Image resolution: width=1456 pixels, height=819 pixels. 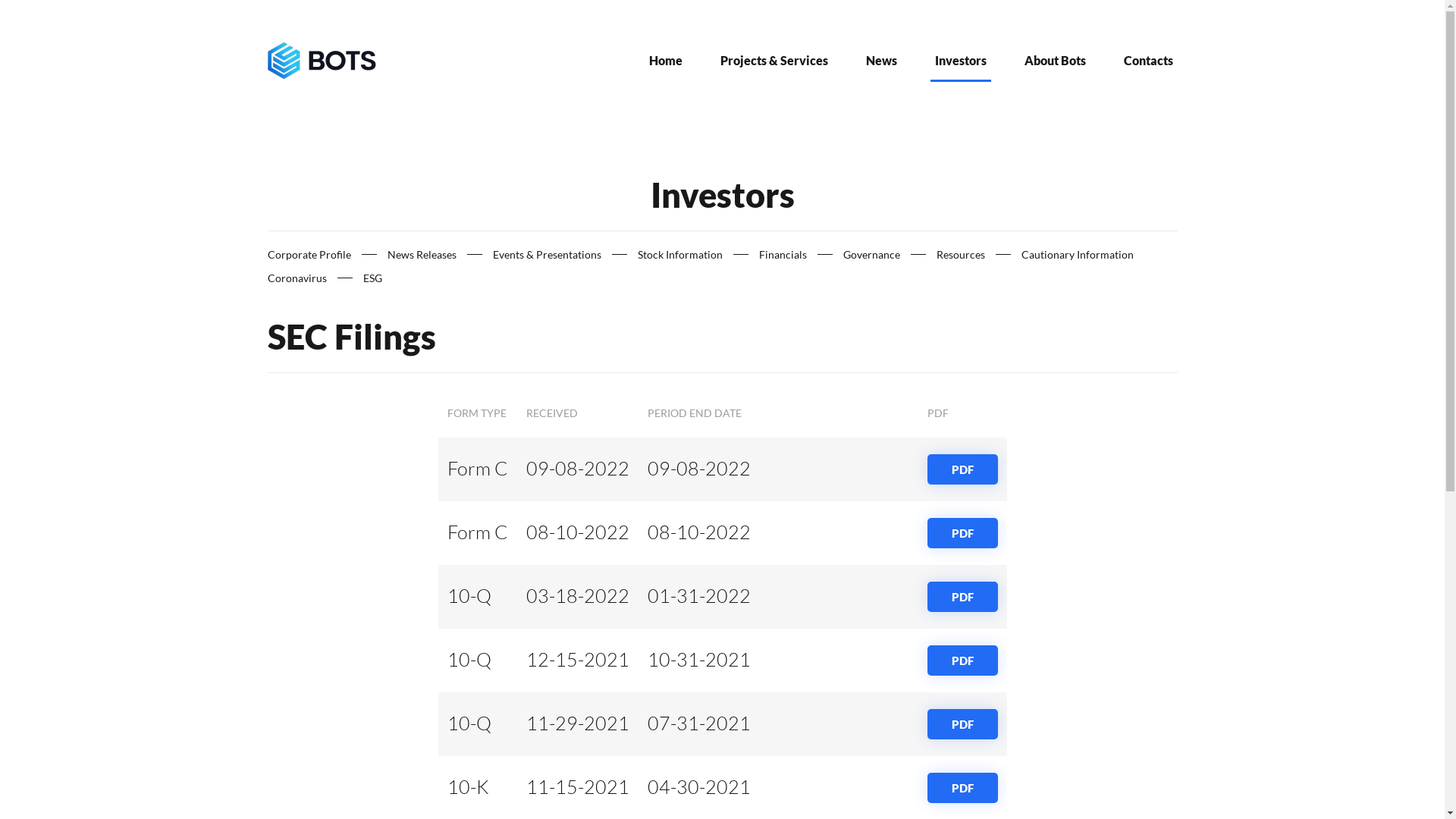 What do you see at coordinates (1148, 60) in the screenshot?
I see `'Contacts'` at bounding box center [1148, 60].